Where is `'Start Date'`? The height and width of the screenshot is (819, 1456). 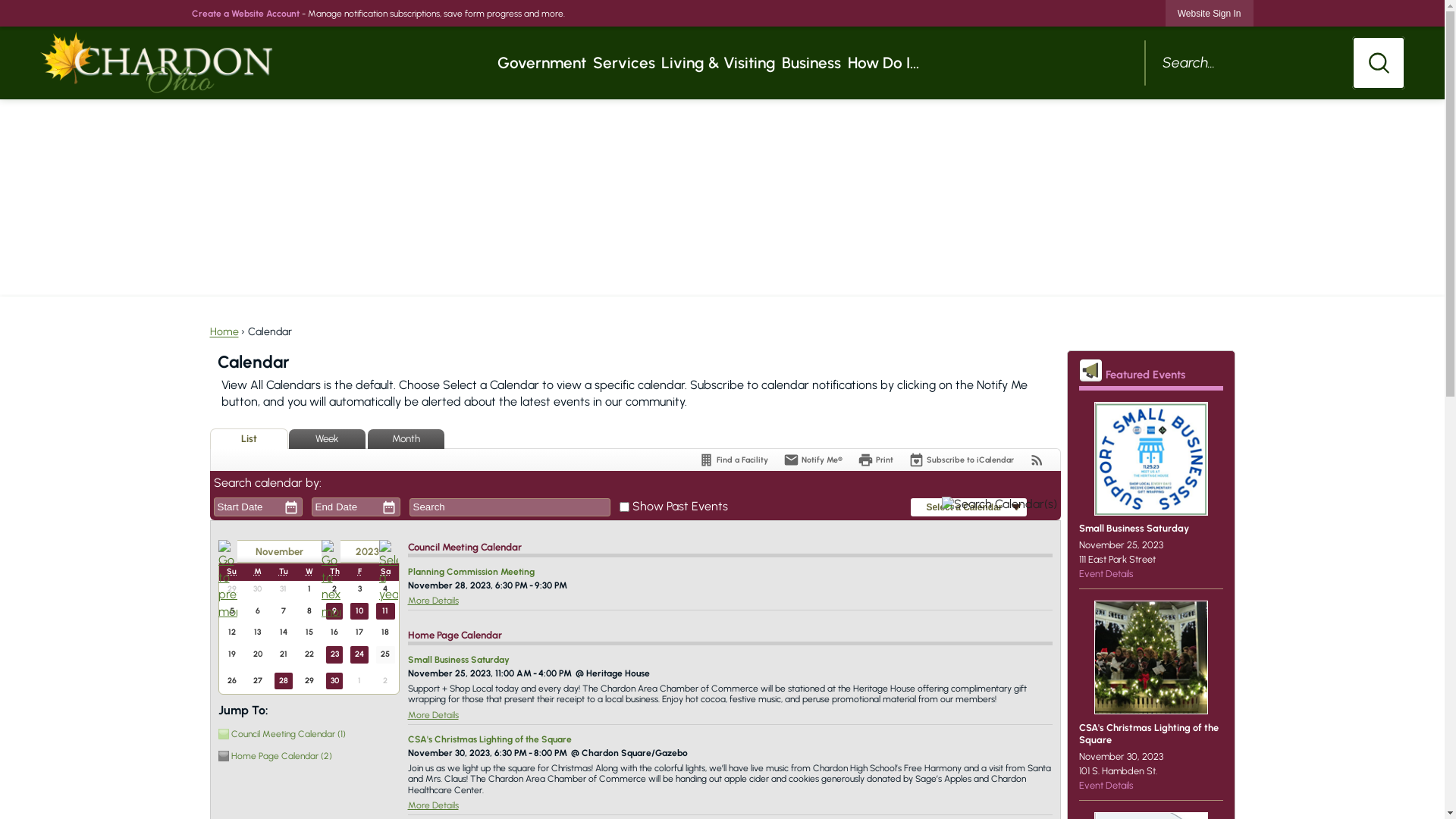 'Start Date' is located at coordinates (245, 507).